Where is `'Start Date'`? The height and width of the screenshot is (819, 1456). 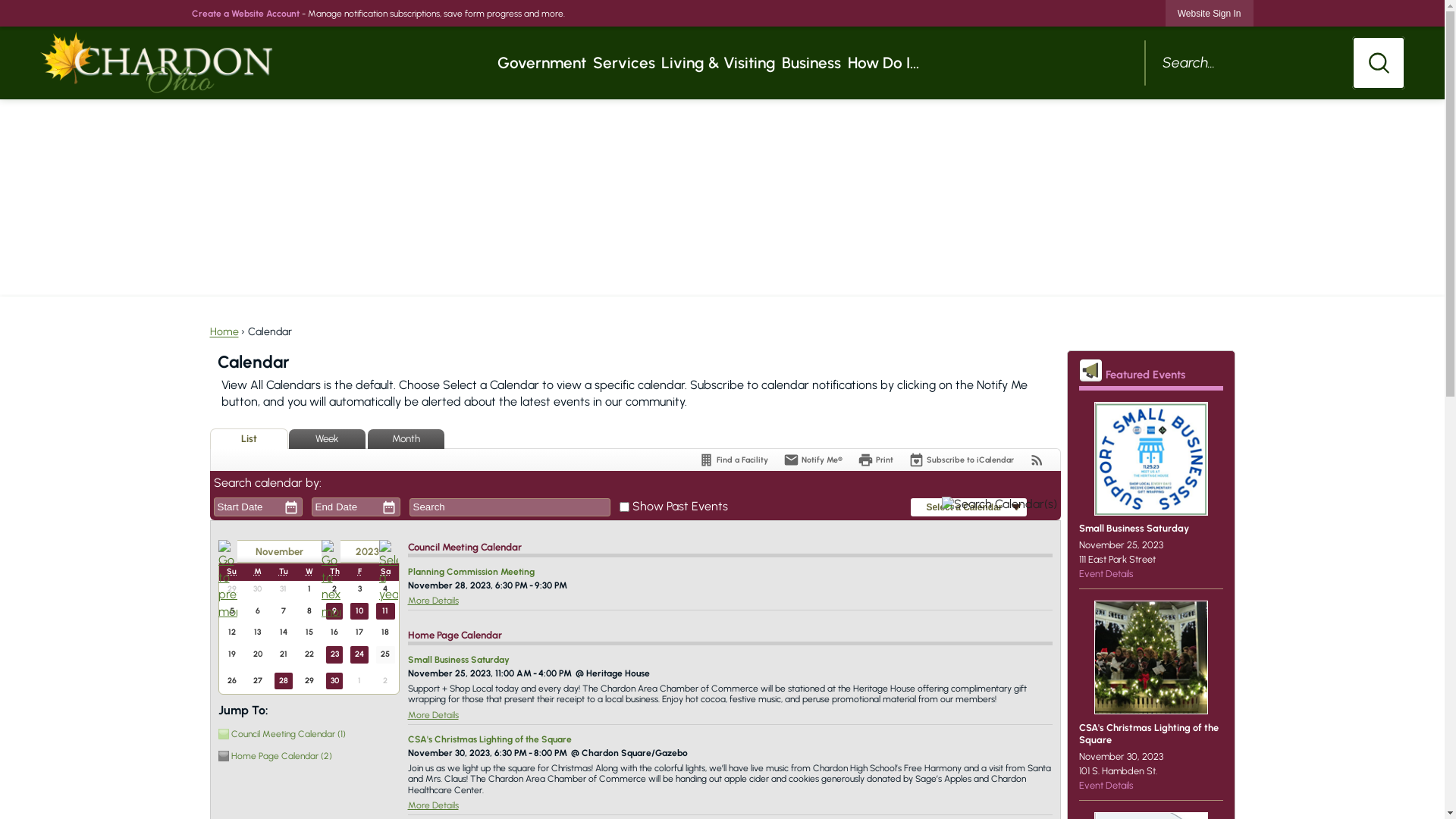 'Start Date' is located at coordinates (245, 507).